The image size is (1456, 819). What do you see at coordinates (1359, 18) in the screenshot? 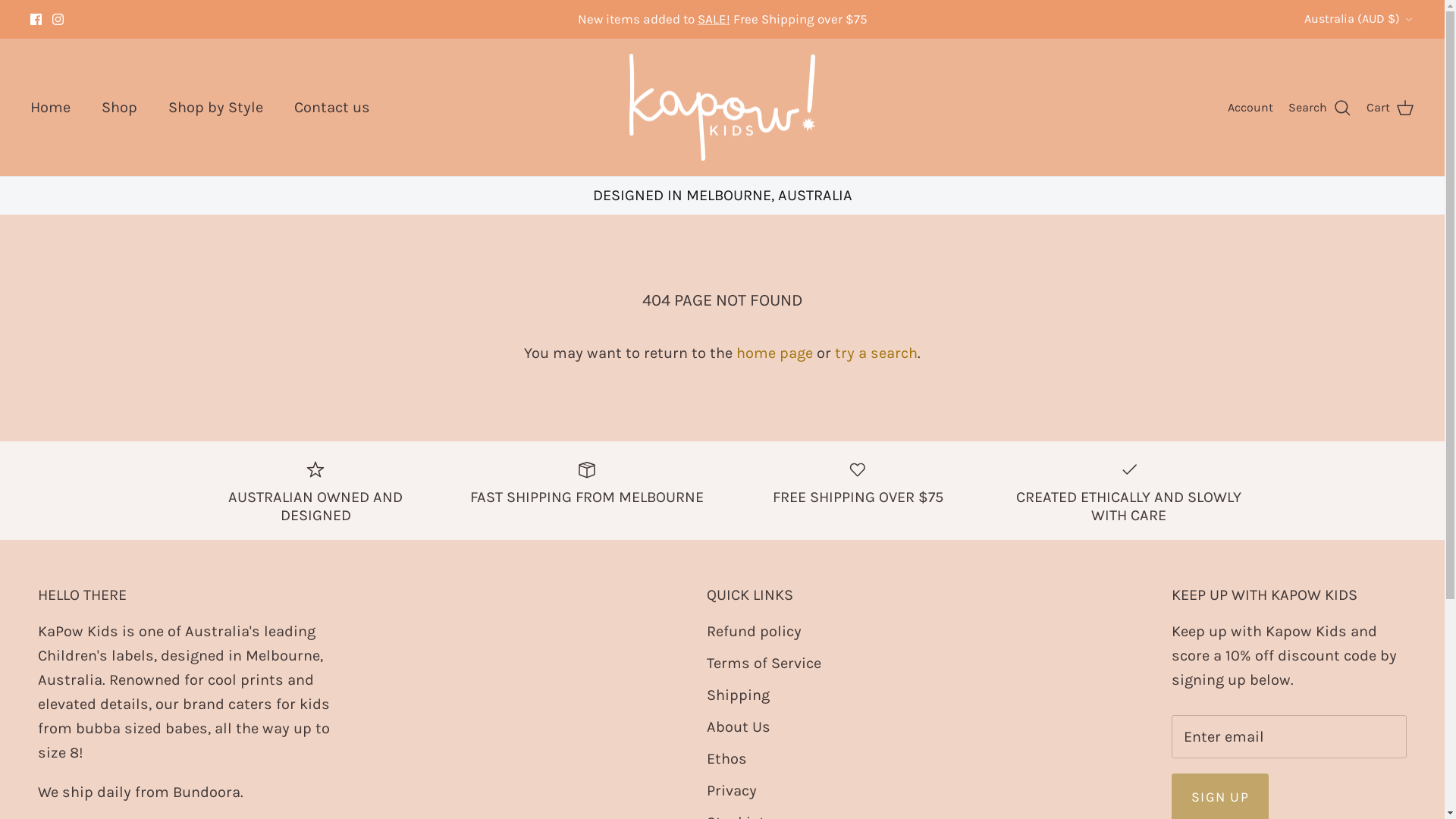
I see `'Australia (AUD $)` at bounding box center [1359, 18].